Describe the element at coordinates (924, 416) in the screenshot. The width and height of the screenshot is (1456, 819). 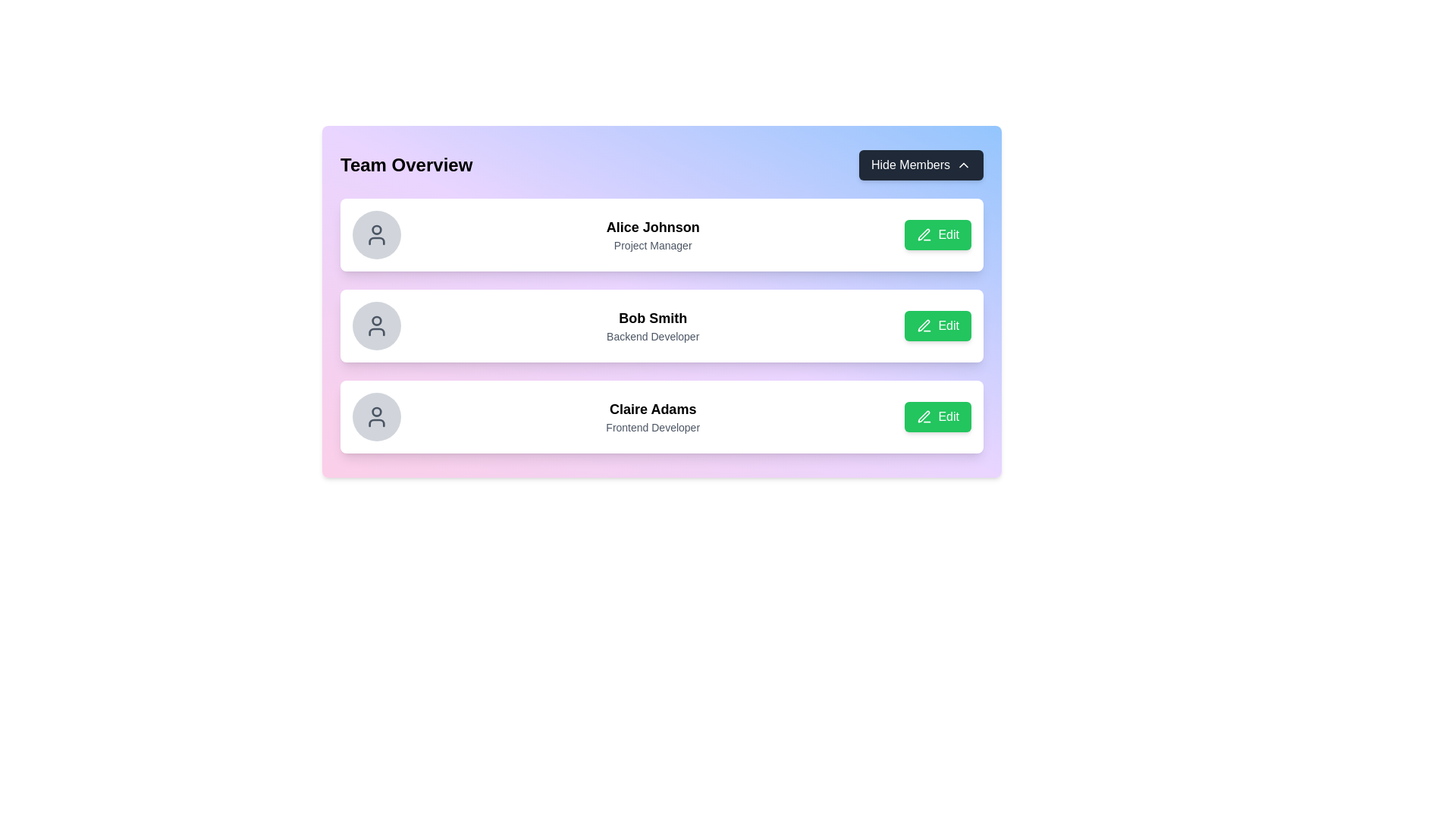
I see `the graphical representation of the pen-shaped icon located within the green 'Edit' button for the profile item 'Claire Adams - Frontend Developer'` at that location.